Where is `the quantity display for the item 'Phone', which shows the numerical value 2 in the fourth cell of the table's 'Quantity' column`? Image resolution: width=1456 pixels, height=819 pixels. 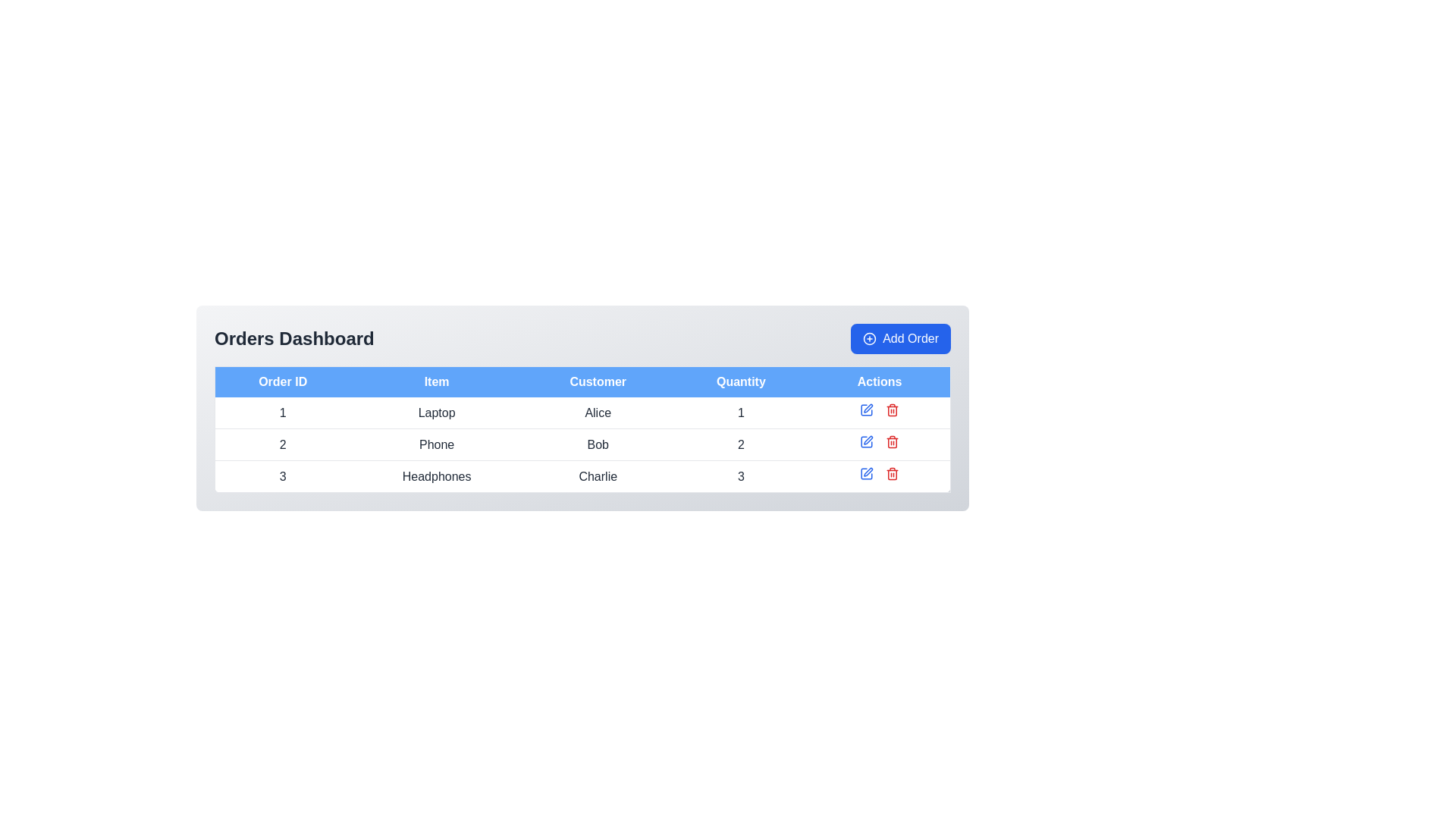 the quantity display for the item 'Phone', which shows the numerical value 2 in the fourth cell of the table's 'Quantity' column is located at coordinates (741, 444).